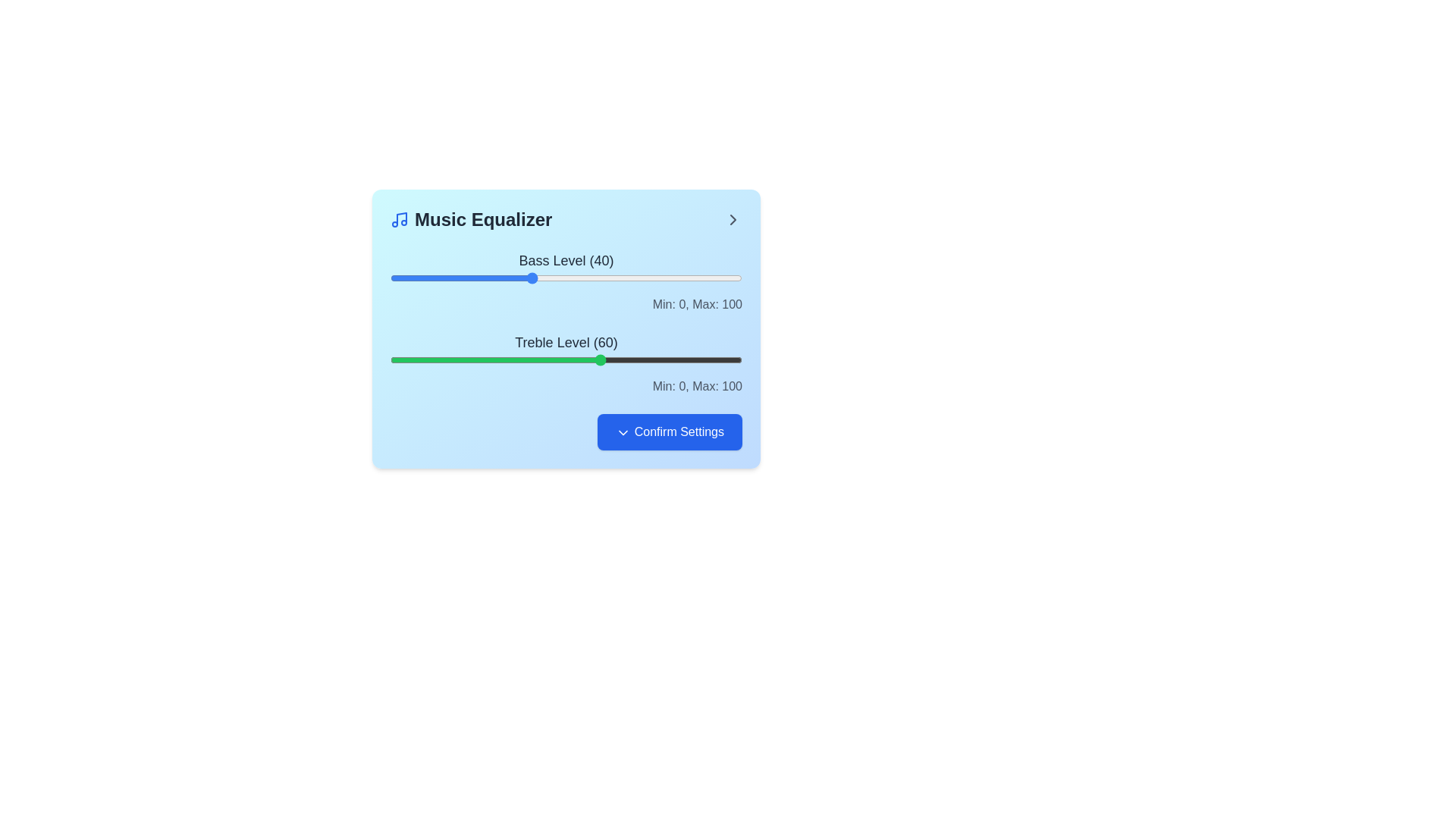 Image resolution: width=1456 pixels, height=819 pixels. Describe the element at coordinates (695, 278) in the screenshot. I see `the Bass Level slider` at that location.